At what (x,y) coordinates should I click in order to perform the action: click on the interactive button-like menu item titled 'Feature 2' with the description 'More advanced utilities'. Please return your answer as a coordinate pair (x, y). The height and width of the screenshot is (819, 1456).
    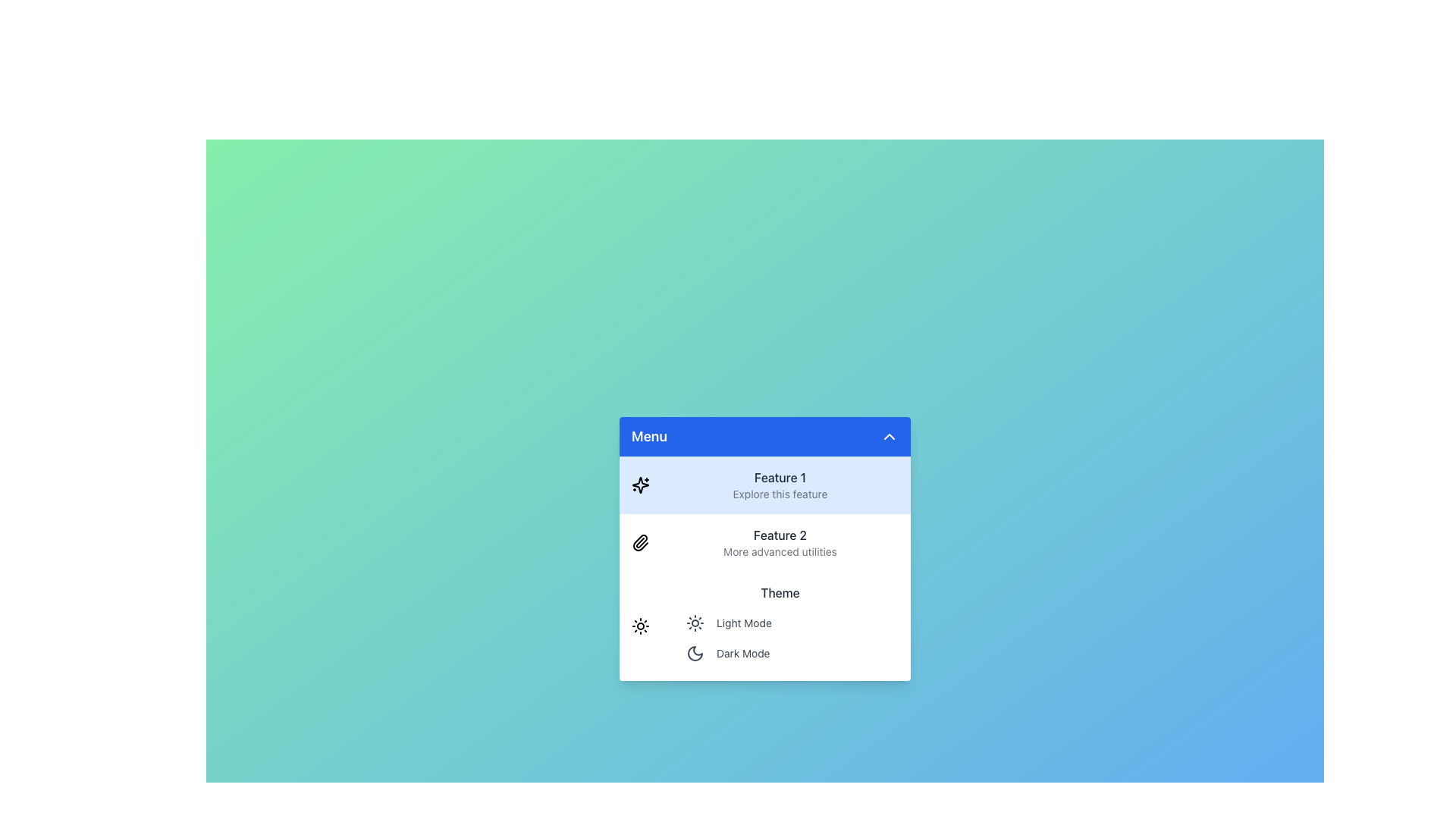
    Looking at the image, I should click on (764, 549).